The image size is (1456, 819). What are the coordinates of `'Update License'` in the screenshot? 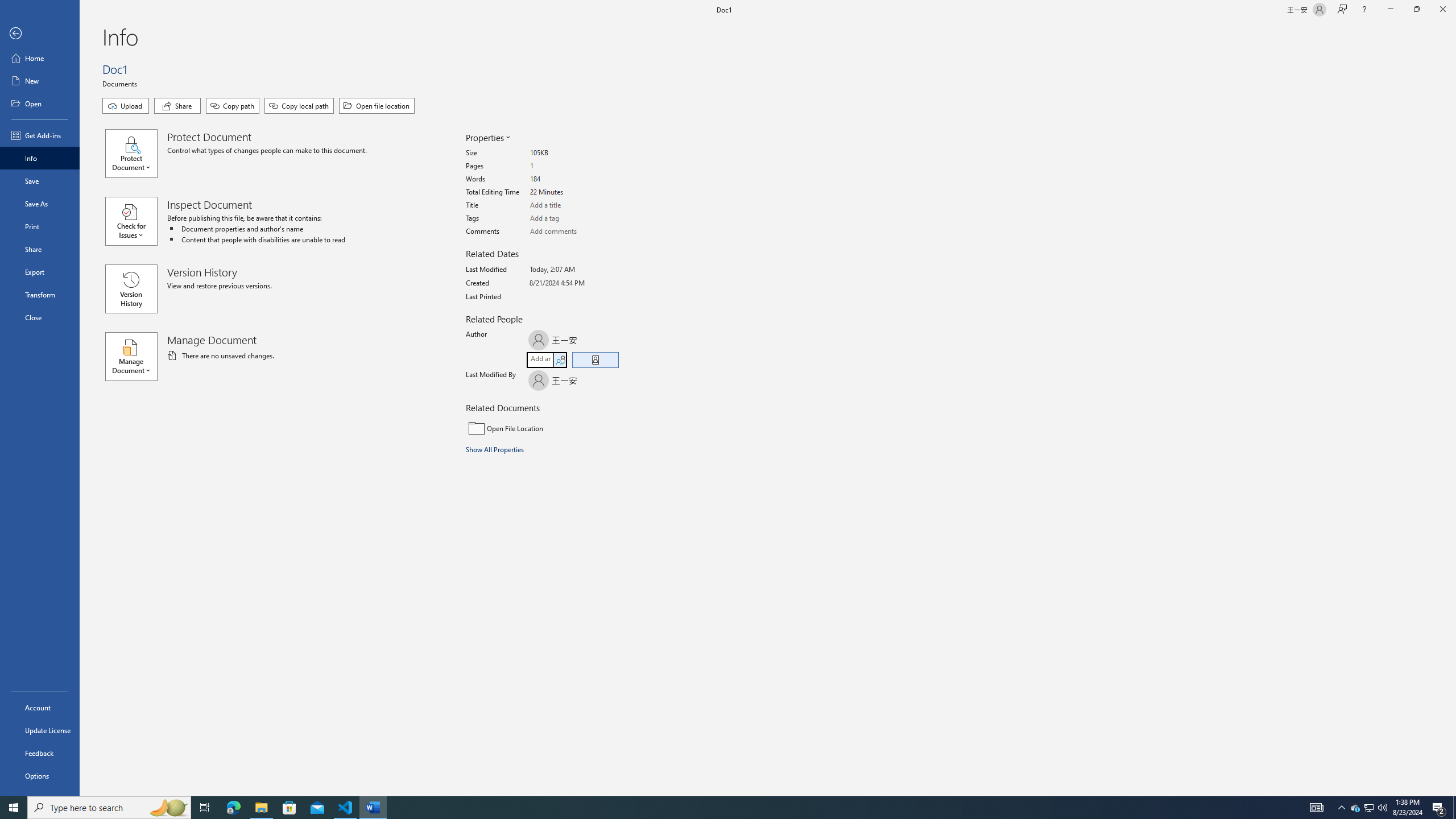 It's located at (39, 730).